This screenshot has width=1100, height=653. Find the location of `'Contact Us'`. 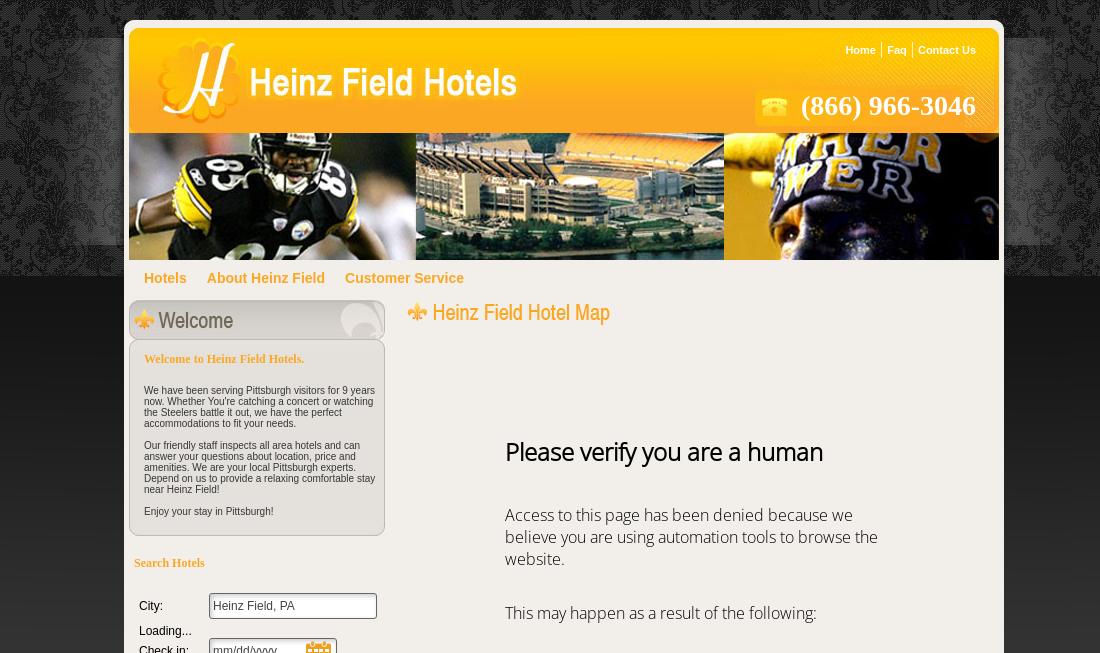

'Contact Us' is located at coordinates (946, 50).